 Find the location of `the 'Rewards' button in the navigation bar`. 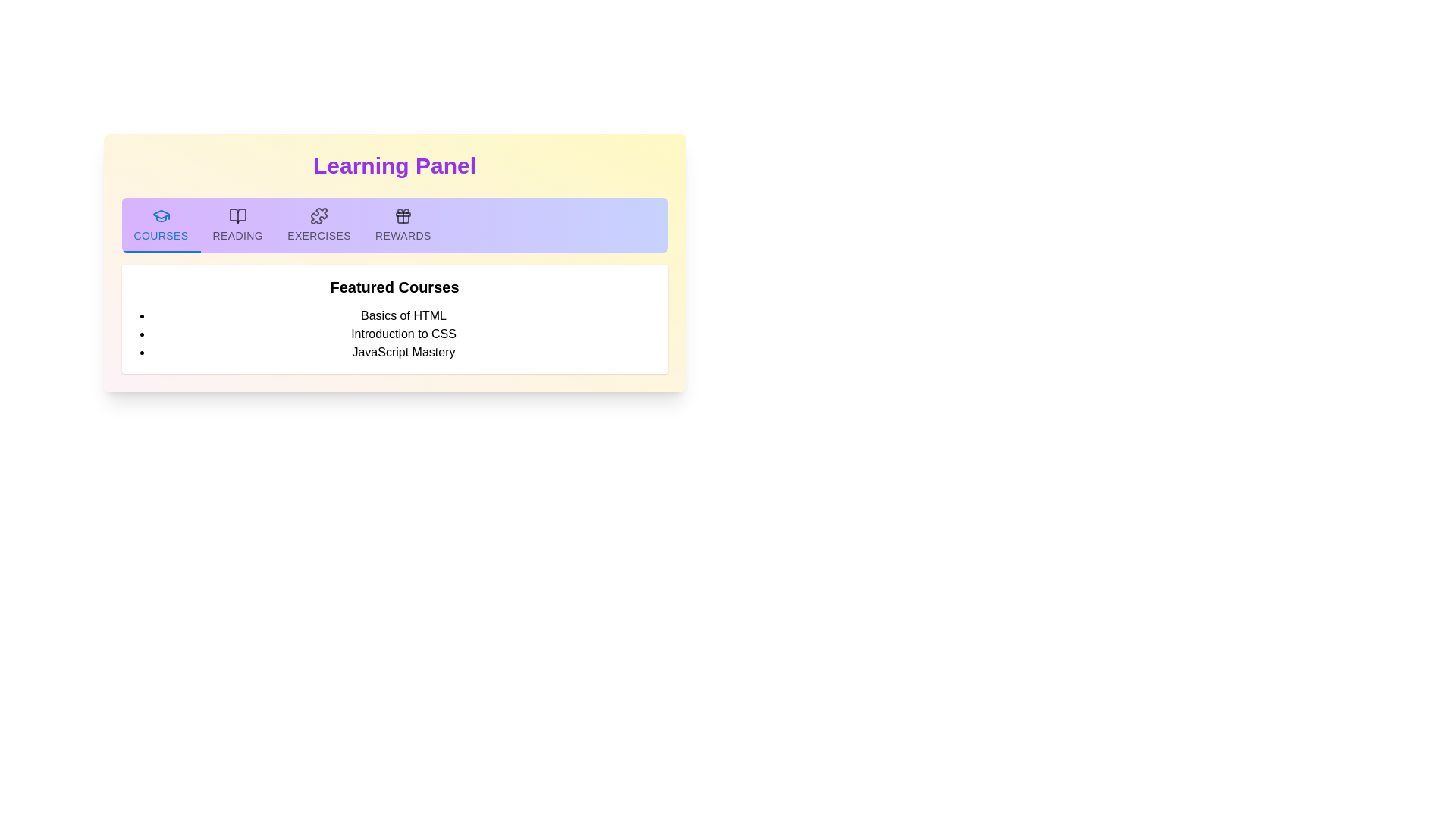

the 'Rewards' button in the navigation bar is located at coordinates (403, 216).